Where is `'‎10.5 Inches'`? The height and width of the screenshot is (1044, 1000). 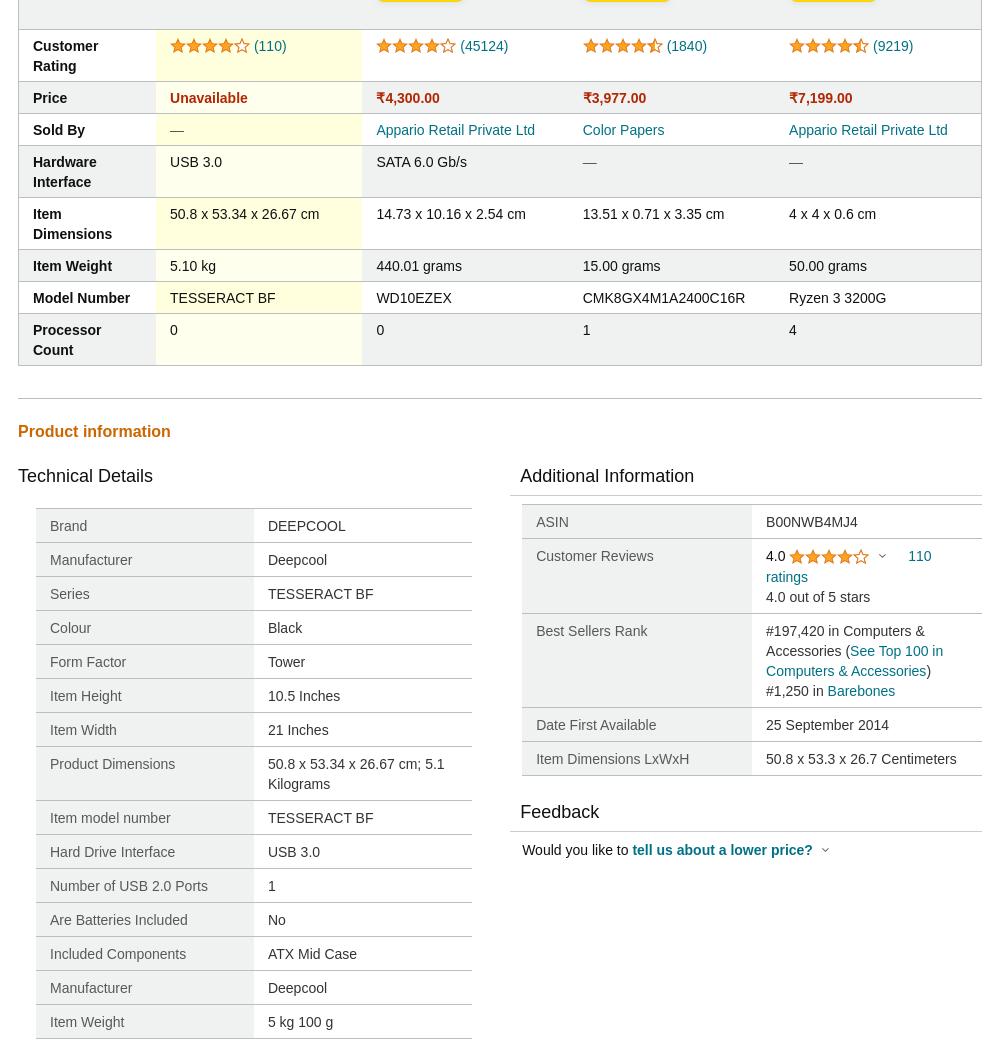
'‎10.5 Inches' is located at coordinates (303, 695).